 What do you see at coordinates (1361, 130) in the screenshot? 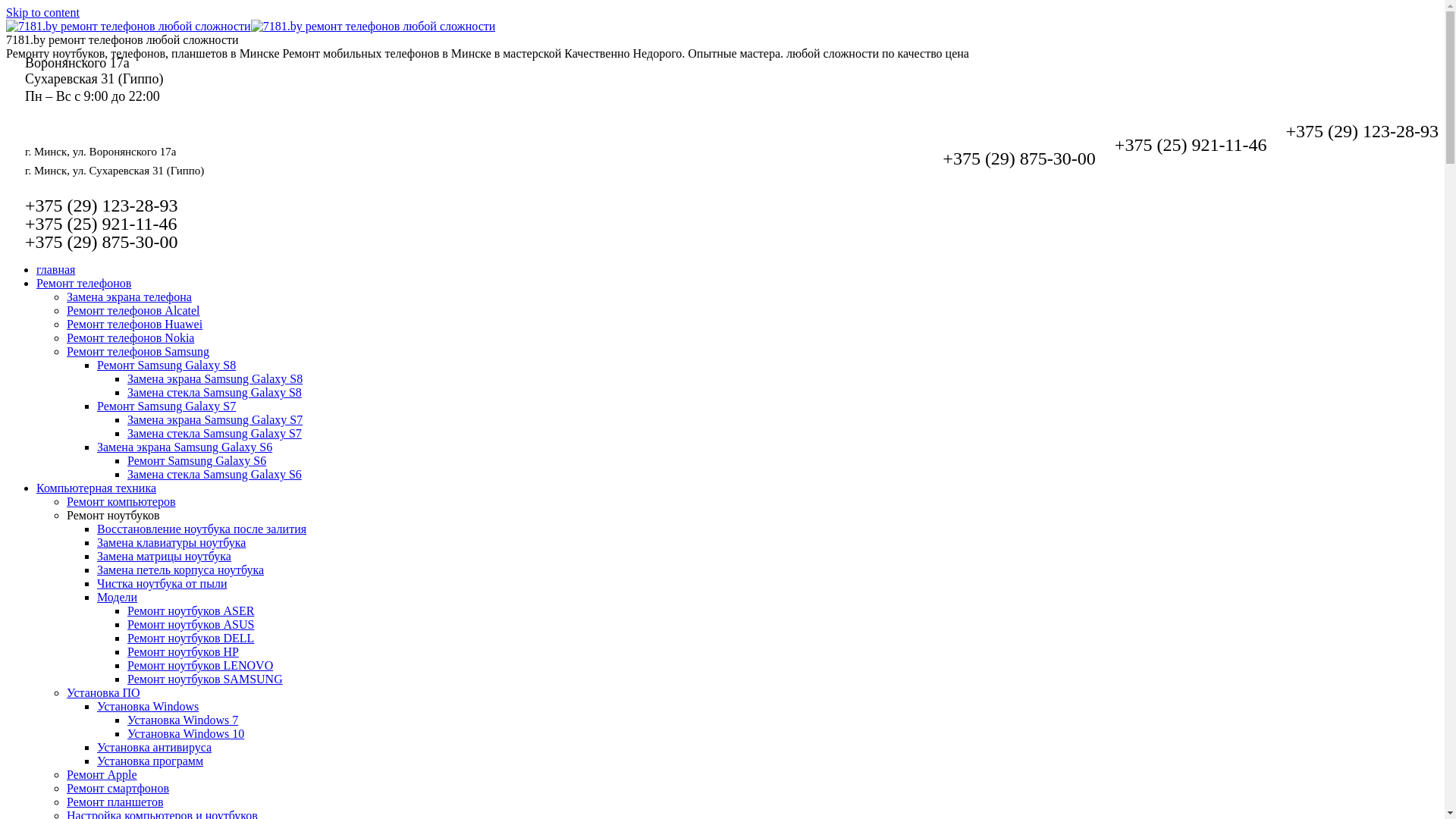
I see `'+375 (29) 123-28-93'` at bounding box center [1361, 130].